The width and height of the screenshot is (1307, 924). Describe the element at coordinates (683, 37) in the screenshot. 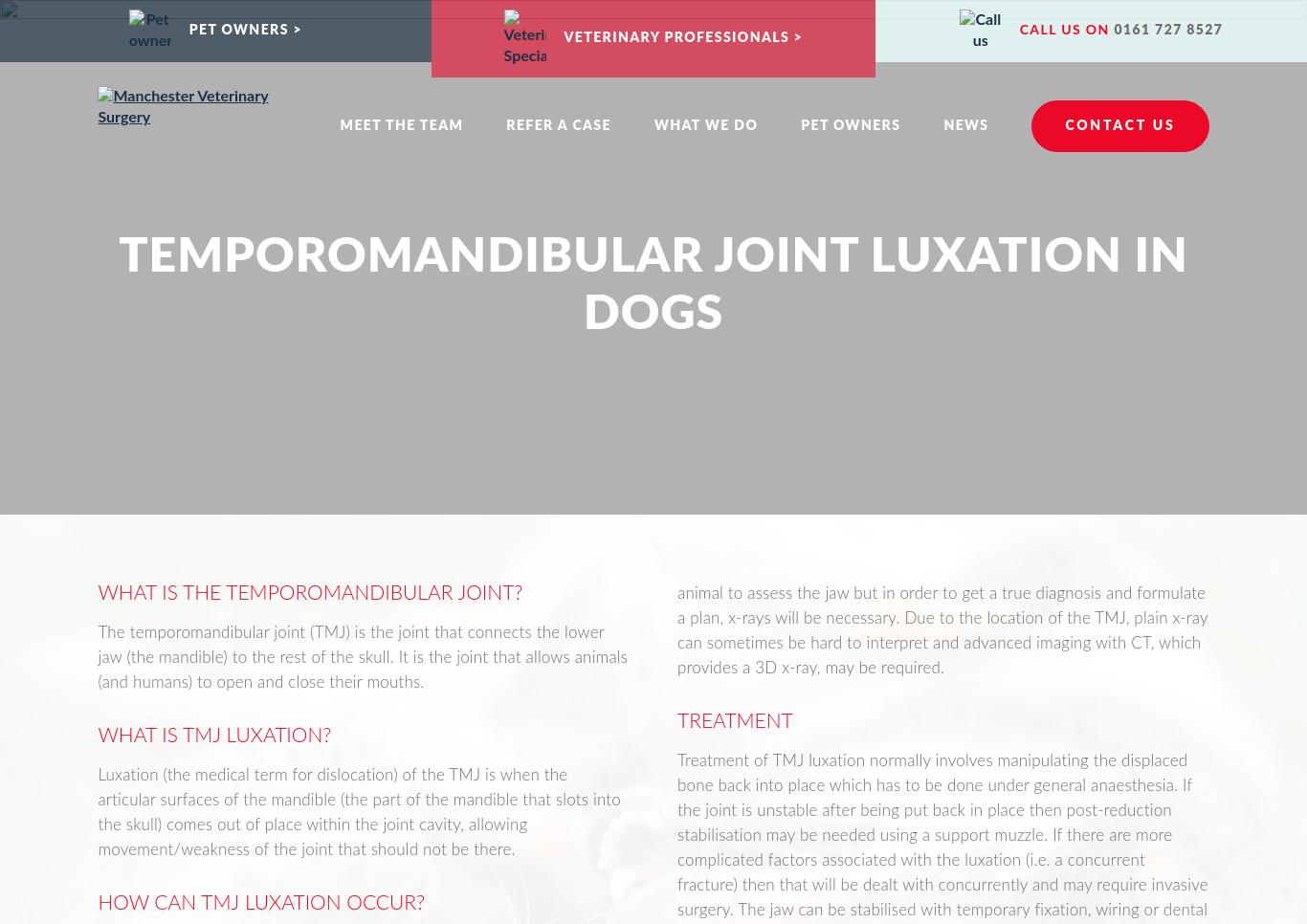

I see `'Veterinary Professionals >'` at that location.